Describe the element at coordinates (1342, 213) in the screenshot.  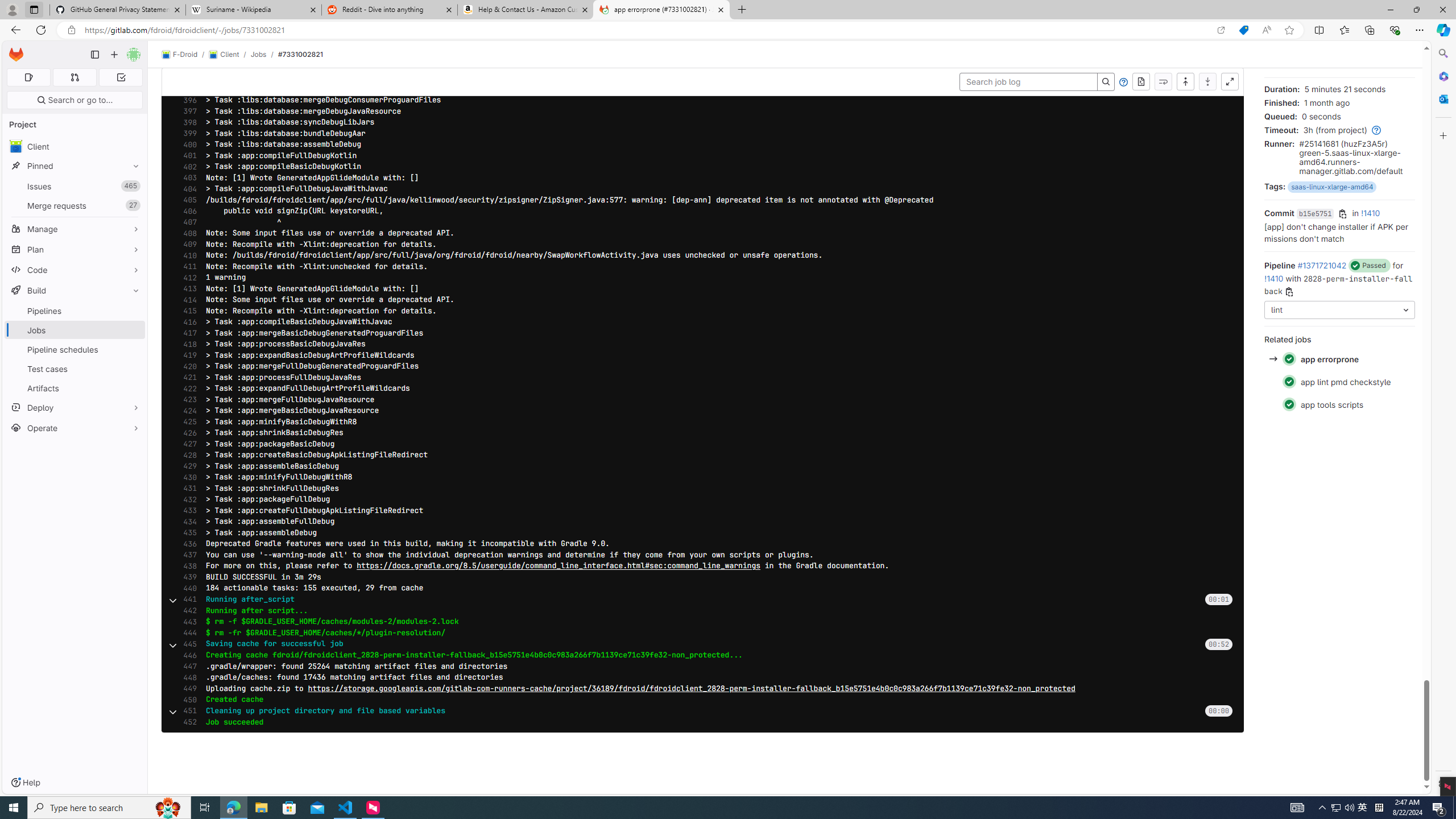
I see `'Copy commit SHA'` at that location.